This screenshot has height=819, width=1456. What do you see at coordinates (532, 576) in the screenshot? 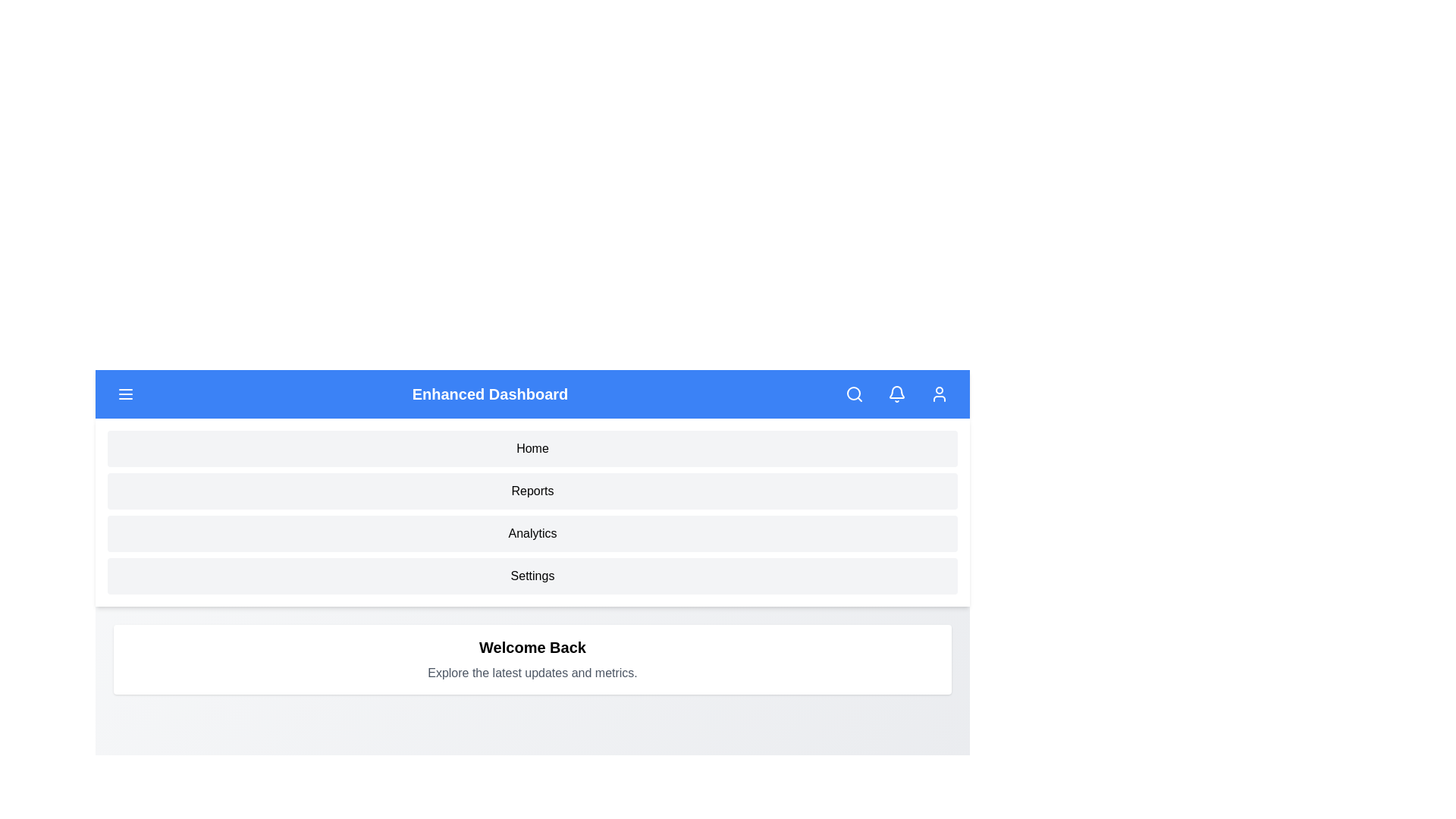
I see `the menu item Settings to navigate to its section` at bounding box center [532, 576].